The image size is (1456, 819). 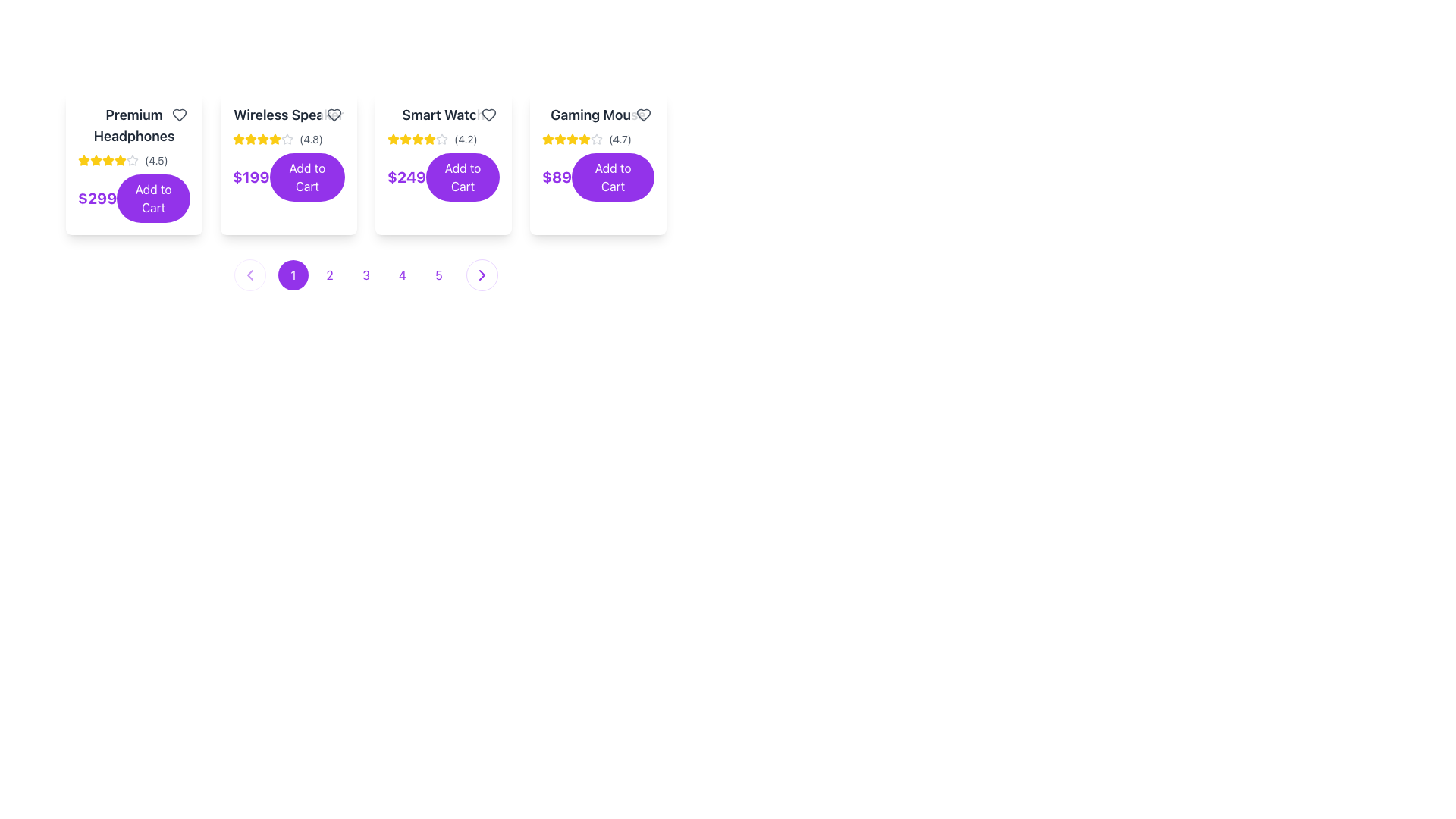 I want to click on the third yellow star in the star rating section of the 'Smart Watch' product card to update the rating to 3 stars, so click(x=405, y=139).